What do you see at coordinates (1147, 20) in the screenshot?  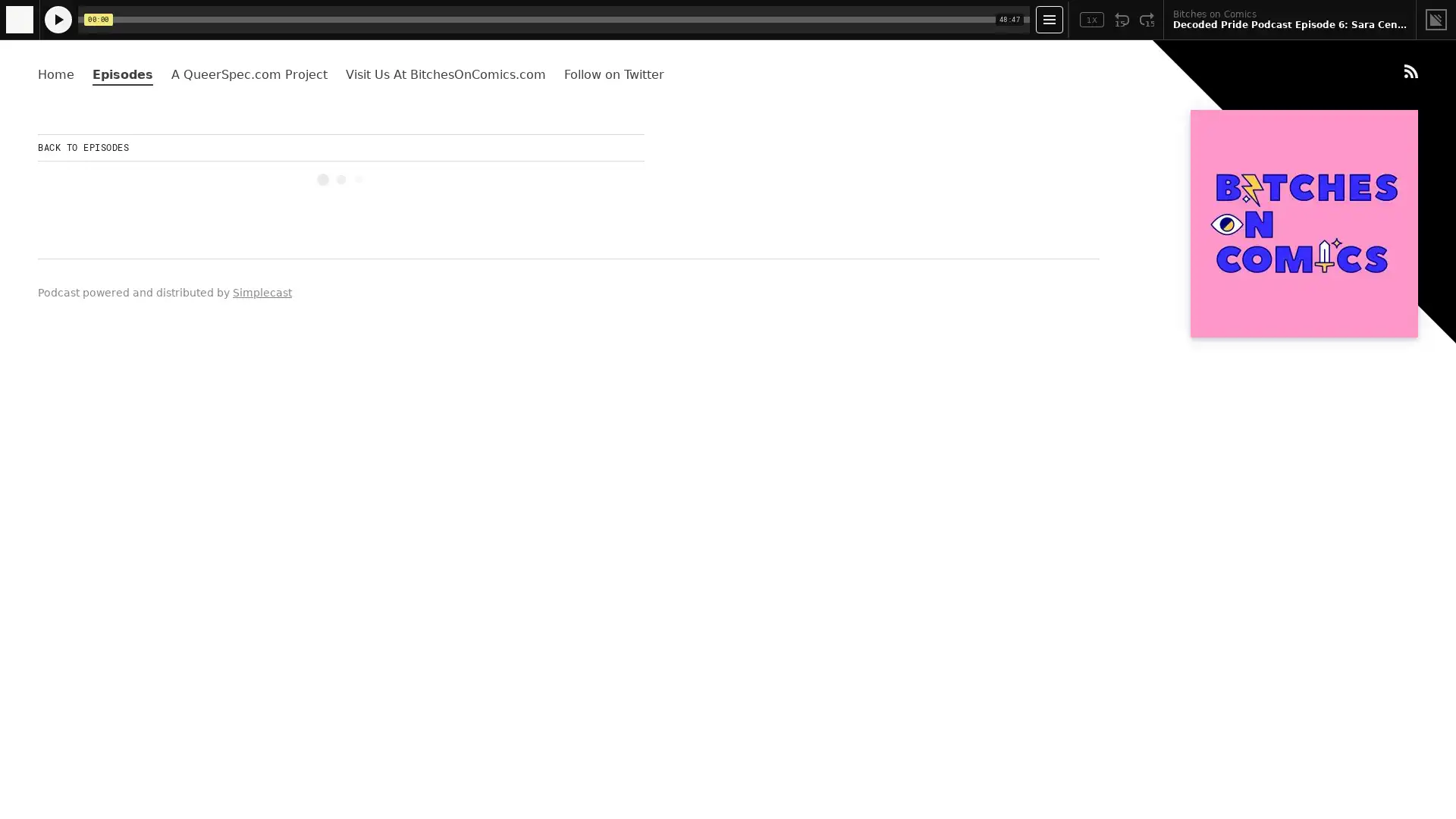 I see `Fast Forward 15 Seconds` at bounding box center [1147, 20].